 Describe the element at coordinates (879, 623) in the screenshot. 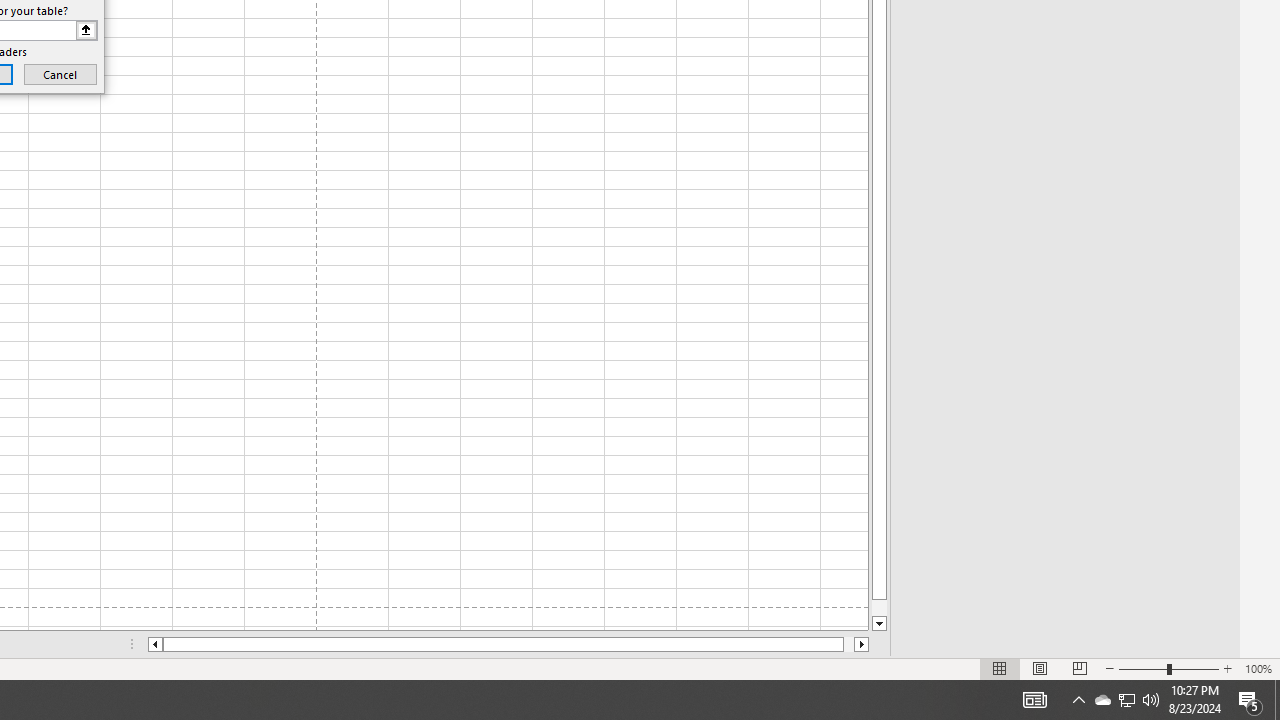

I see `'Line down'` at that location.